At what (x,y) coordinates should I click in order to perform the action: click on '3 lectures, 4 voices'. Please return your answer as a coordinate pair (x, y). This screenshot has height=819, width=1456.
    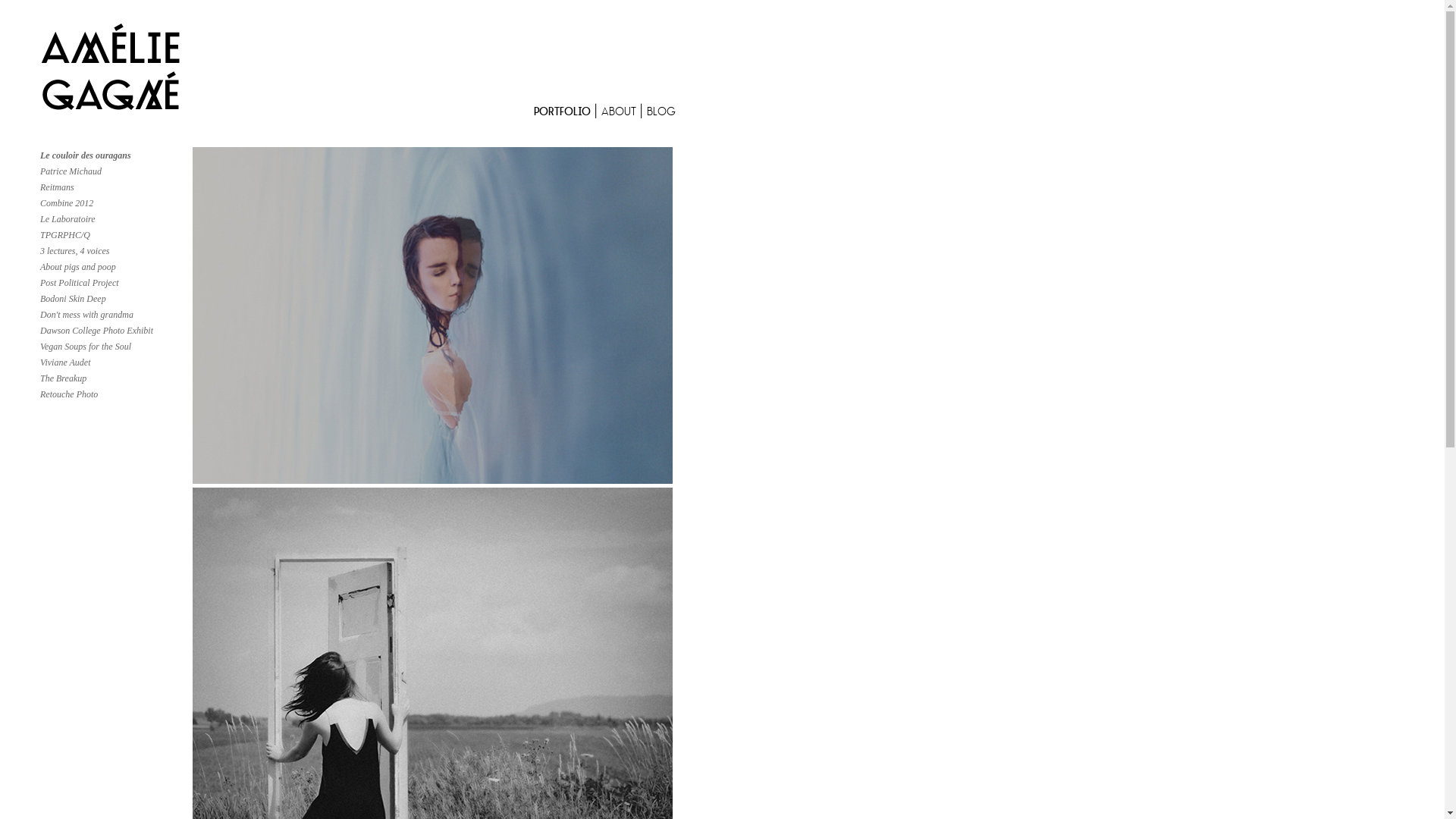
    Looking at the image, I should click on (74, 250).